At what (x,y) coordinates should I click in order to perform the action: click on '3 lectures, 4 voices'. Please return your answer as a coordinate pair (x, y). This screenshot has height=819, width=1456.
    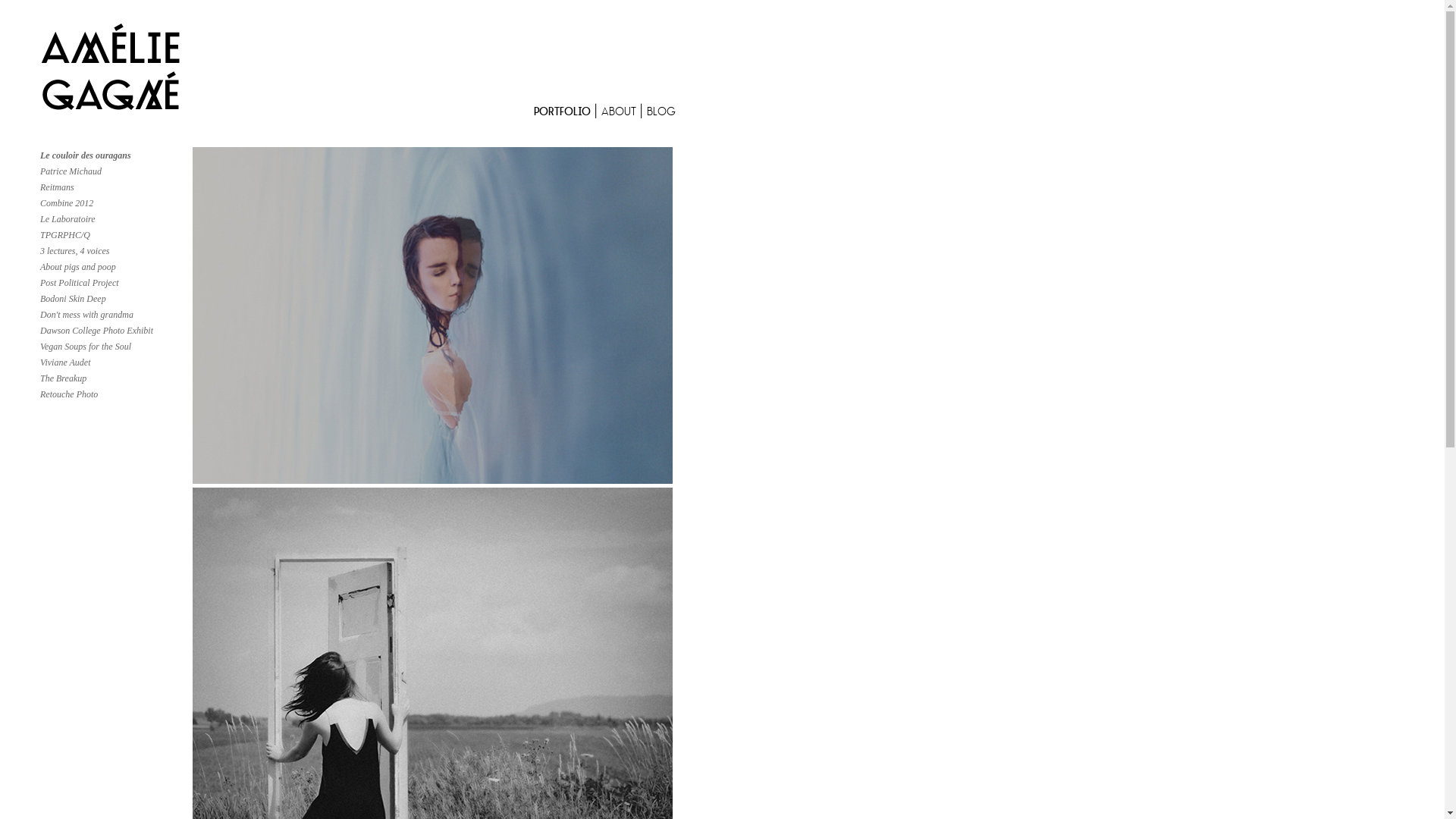
    Looking at the image, I should click on (74, 250).